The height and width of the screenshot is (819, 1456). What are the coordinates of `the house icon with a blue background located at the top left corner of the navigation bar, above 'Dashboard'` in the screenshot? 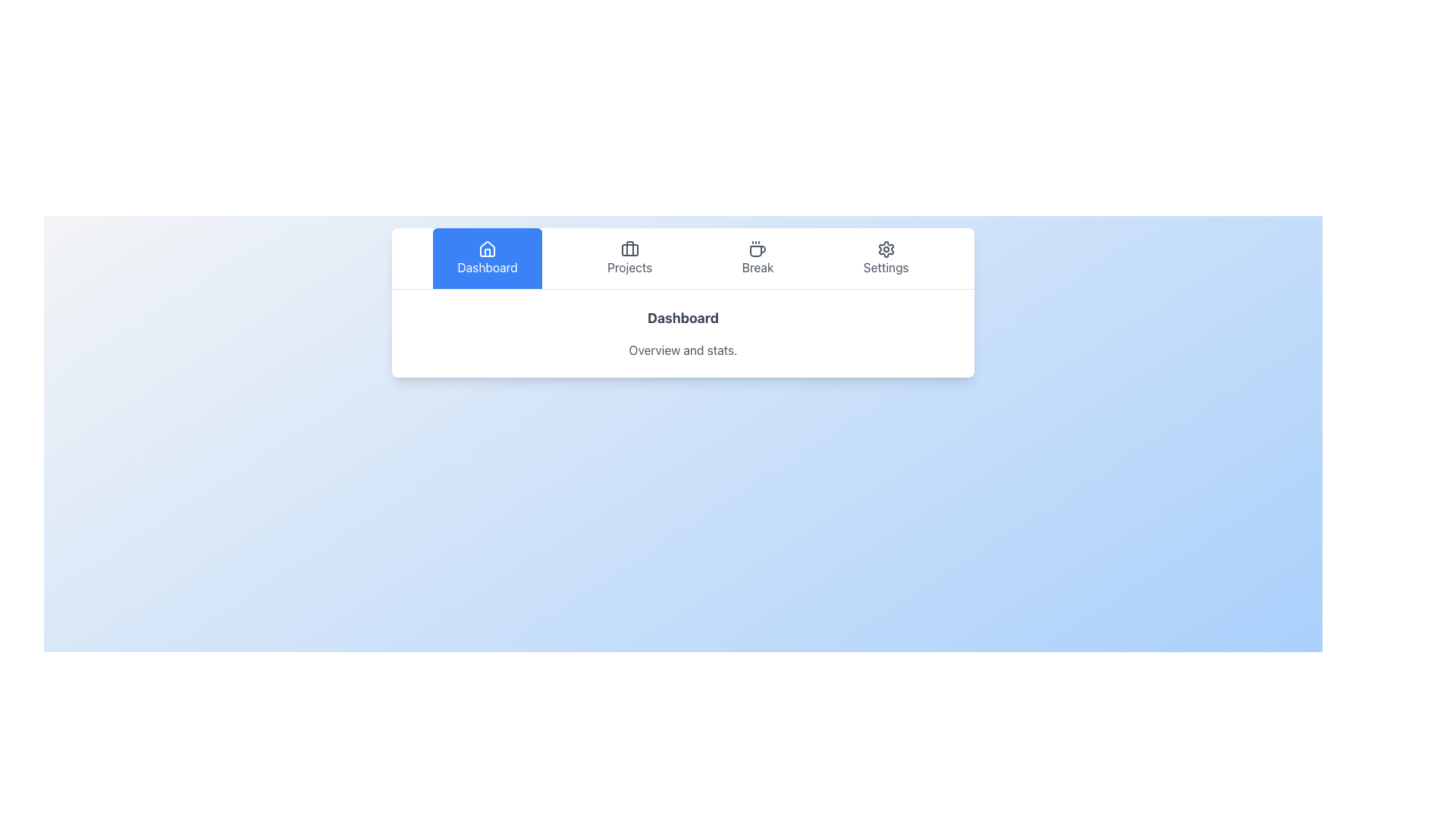 It's located at (488, 248).